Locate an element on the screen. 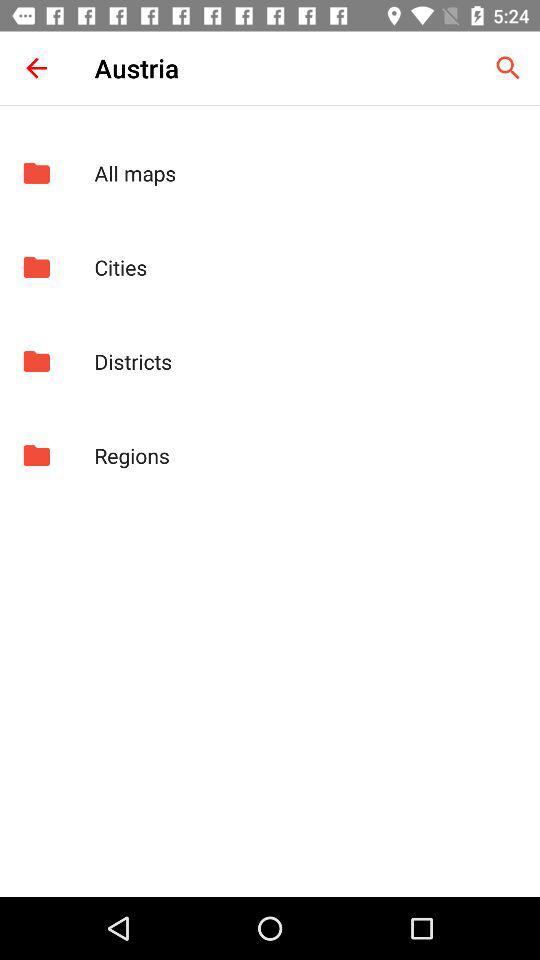 The width and height of the screenshot is (540, 960). icon to the left of the districts app is located at coordinates (36, 360).